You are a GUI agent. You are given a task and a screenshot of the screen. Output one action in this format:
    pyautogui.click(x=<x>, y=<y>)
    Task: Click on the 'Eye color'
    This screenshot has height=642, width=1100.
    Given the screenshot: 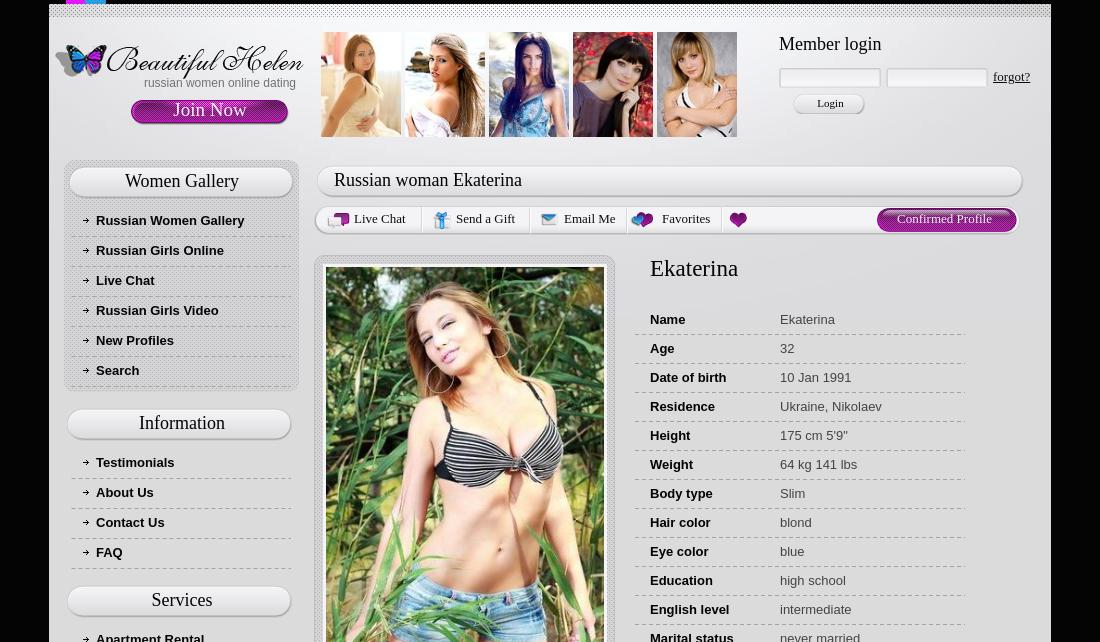 What is the action you would take?
    pyautogui.click(x=679, y=550)
    